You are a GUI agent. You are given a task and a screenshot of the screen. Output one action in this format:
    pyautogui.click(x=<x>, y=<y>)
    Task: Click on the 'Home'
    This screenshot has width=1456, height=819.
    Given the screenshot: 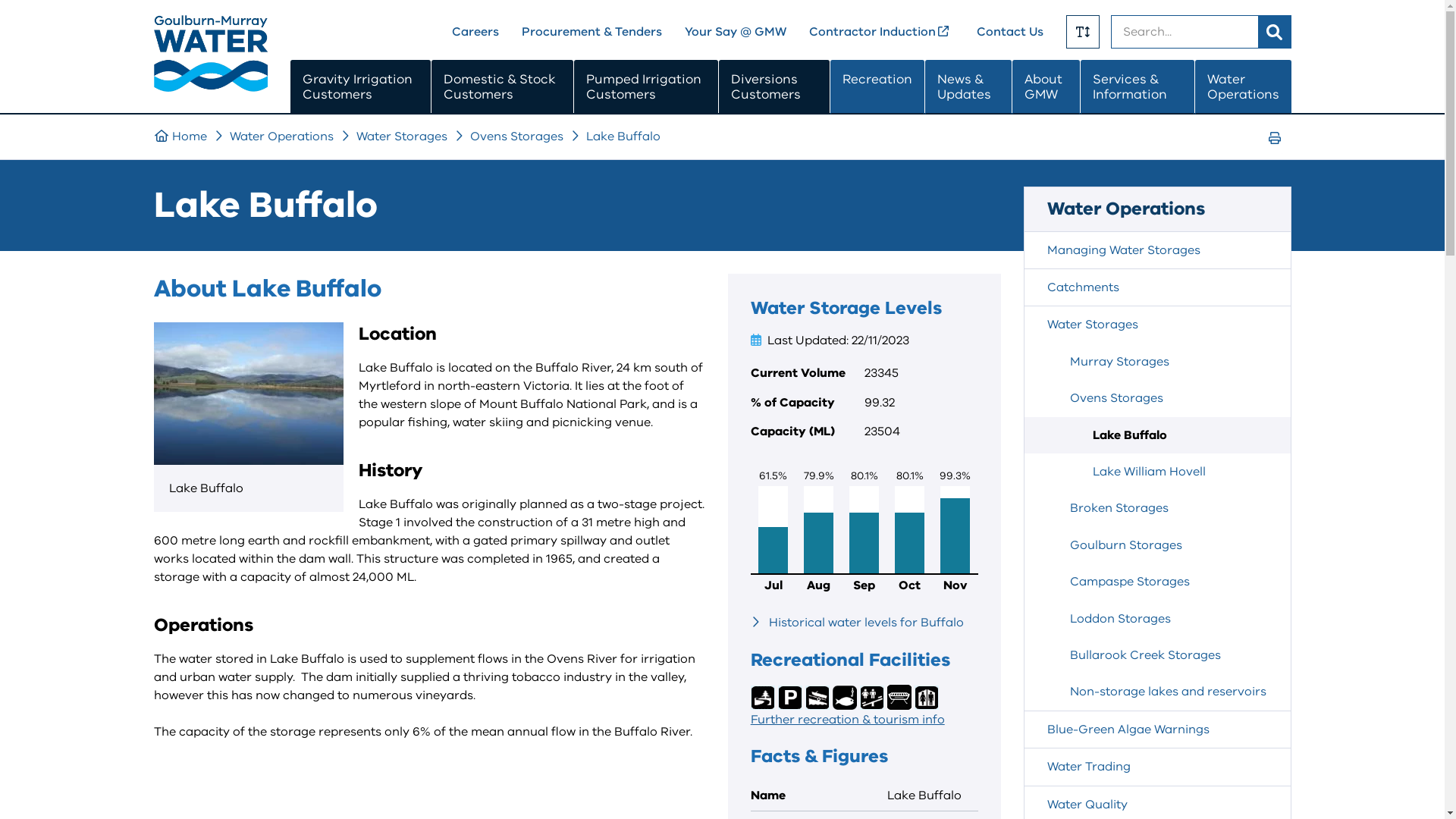 What is the action you would take?
    pyautogui.click(x=179, y=136)
    